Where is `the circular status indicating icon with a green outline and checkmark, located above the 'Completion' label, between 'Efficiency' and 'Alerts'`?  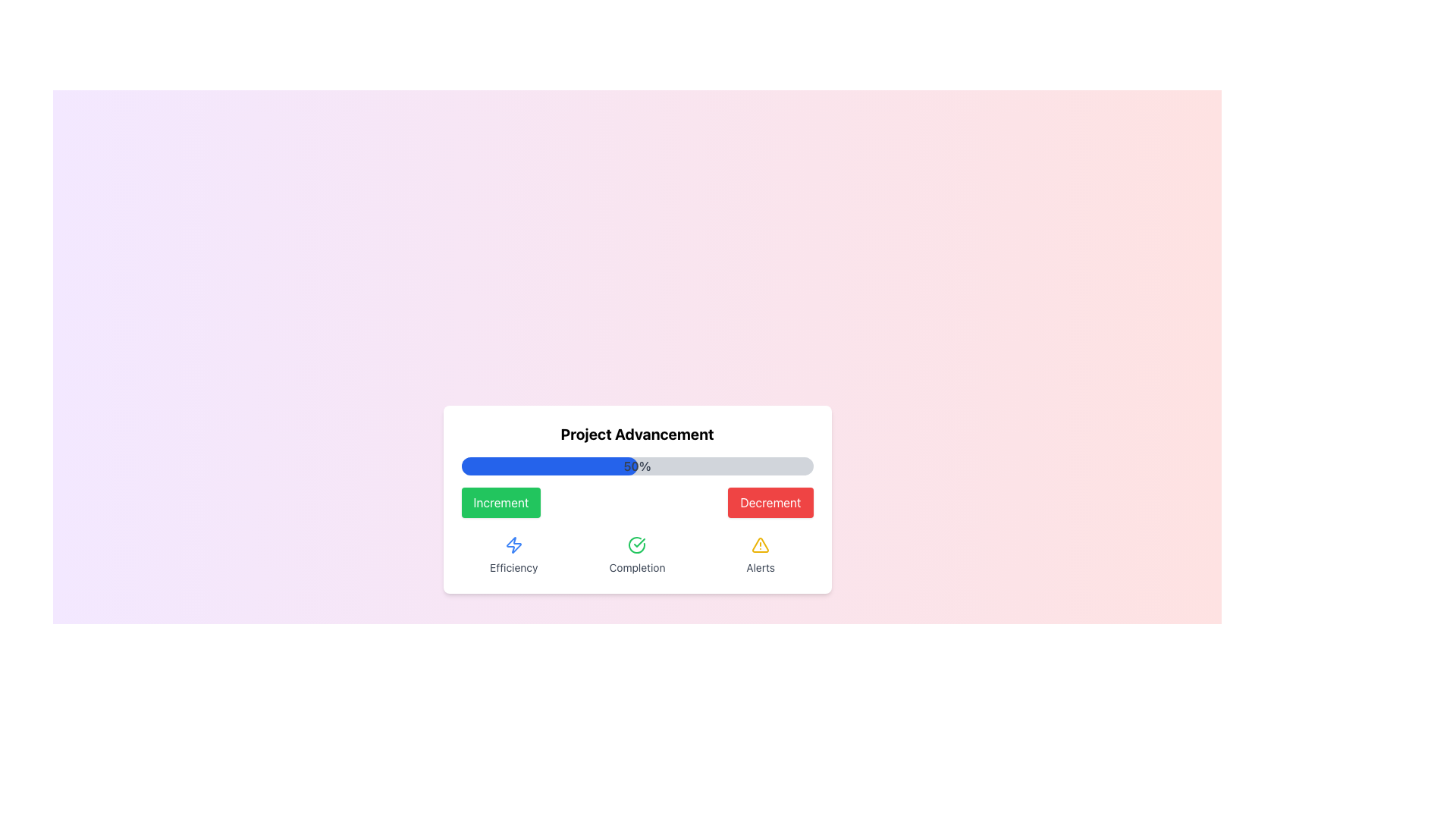 the circular status indicating icon with a green outline and checkmark, located above the 'Completion' label, between 'Efficiency' and 'Alerts' is located at coordinates (637, 544).